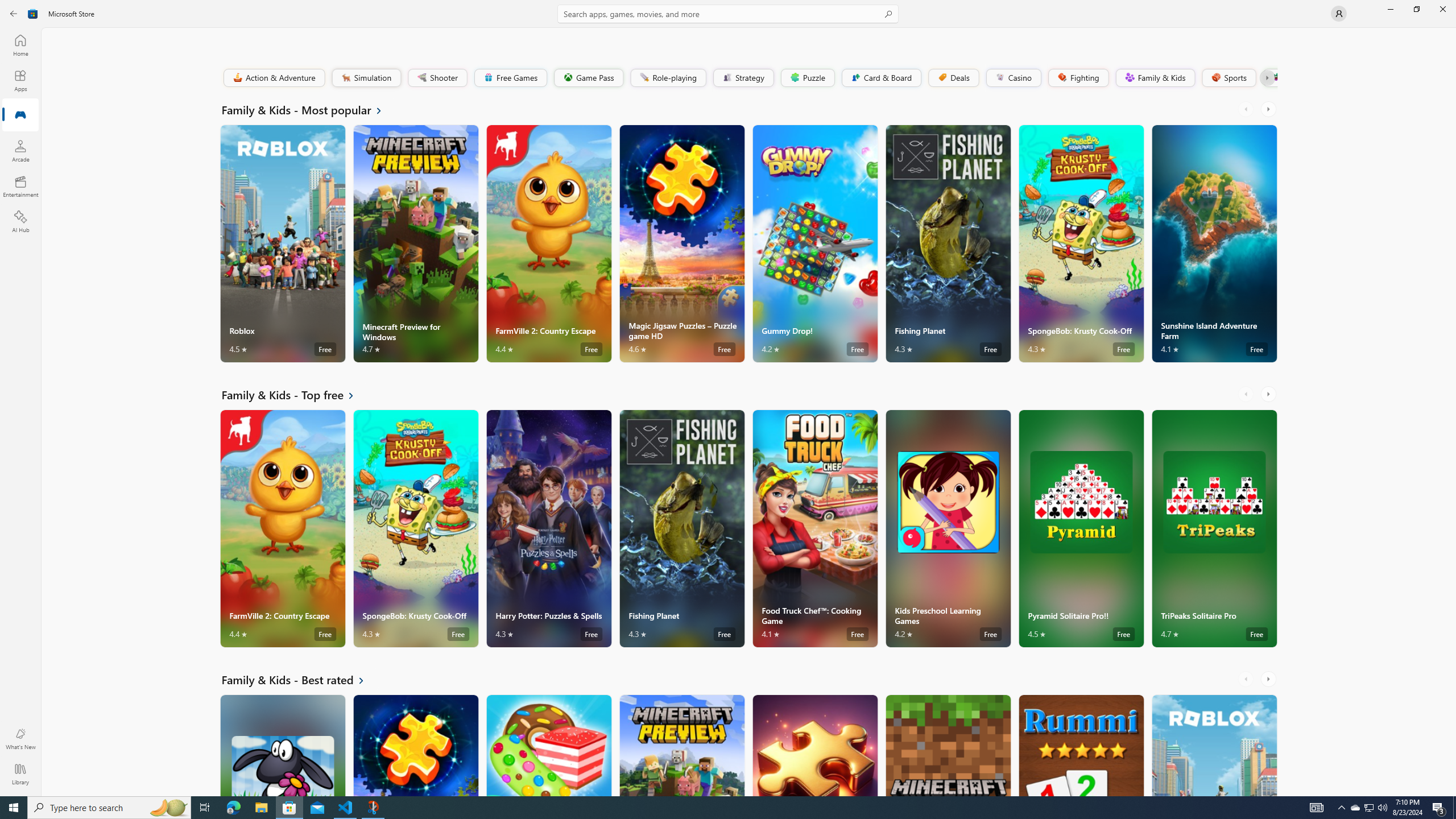  What do you see at coordinates (1266, 77) in the screenshot?
I see `'Class: Button'` at bounding box center [1266, 77].